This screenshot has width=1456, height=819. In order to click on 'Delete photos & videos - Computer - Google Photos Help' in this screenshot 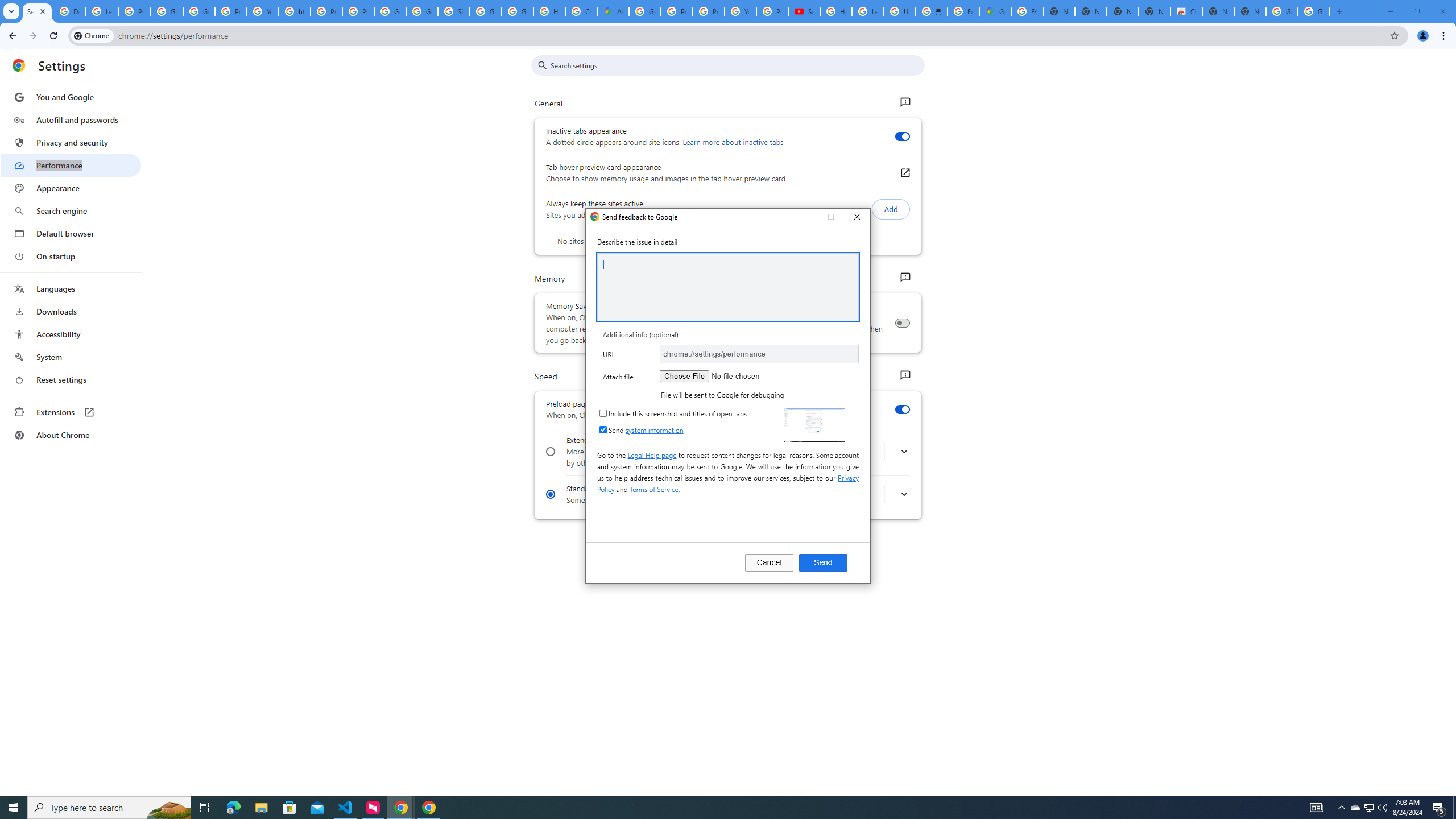, I will do `click(69, 11)`.